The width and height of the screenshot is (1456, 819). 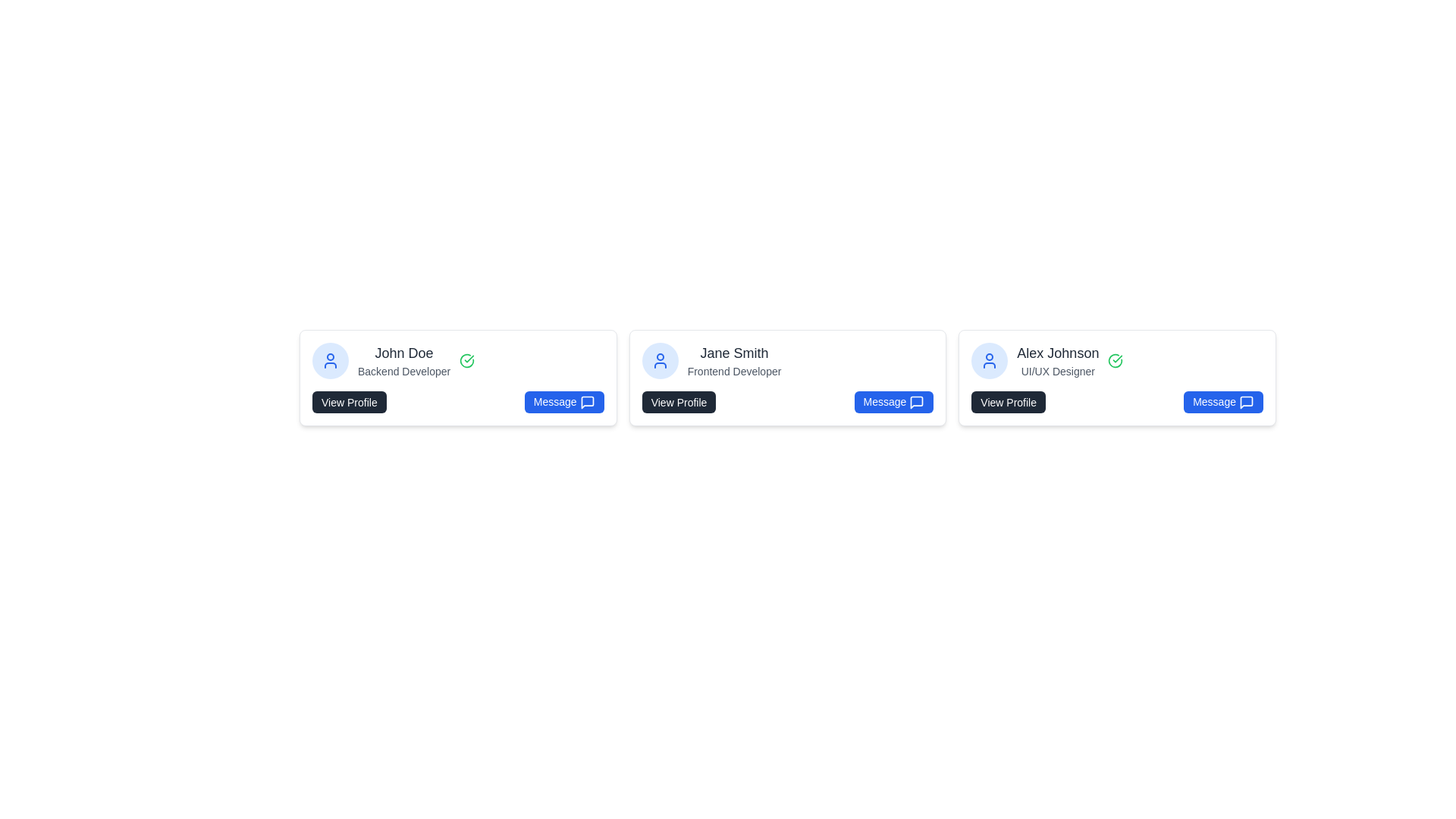 What do you see at coordinates (1117, 360) in the screenshot?
I see `the validation badge in the Profile summary section` at bounding box center [1117, 360].